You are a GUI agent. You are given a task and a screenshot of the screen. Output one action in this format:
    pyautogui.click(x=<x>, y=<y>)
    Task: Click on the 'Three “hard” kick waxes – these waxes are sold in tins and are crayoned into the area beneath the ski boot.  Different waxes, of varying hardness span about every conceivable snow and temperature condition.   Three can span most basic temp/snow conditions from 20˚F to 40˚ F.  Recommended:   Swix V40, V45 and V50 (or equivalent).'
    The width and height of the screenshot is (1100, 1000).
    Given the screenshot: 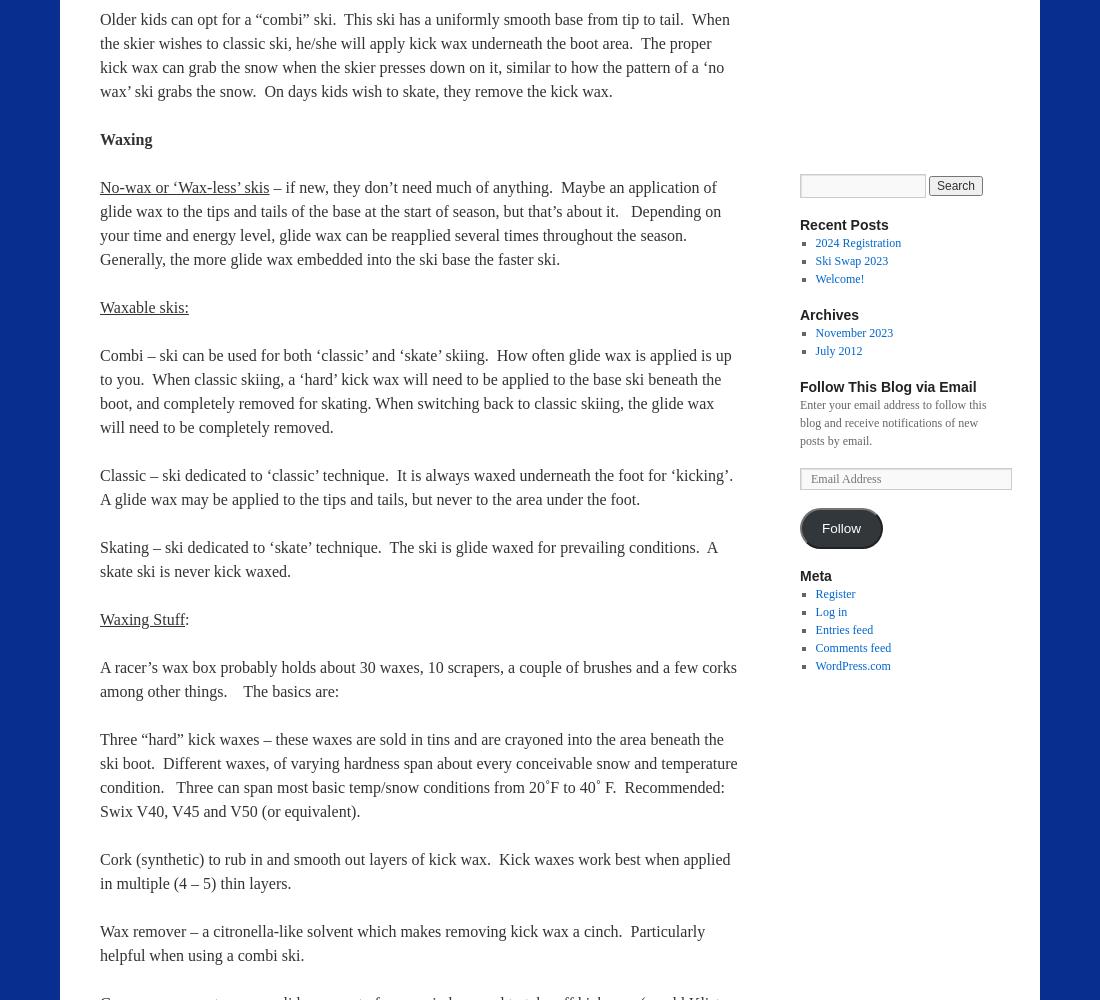 What is the action you would take?
    pyautogui.click(x=417, y=775)
    